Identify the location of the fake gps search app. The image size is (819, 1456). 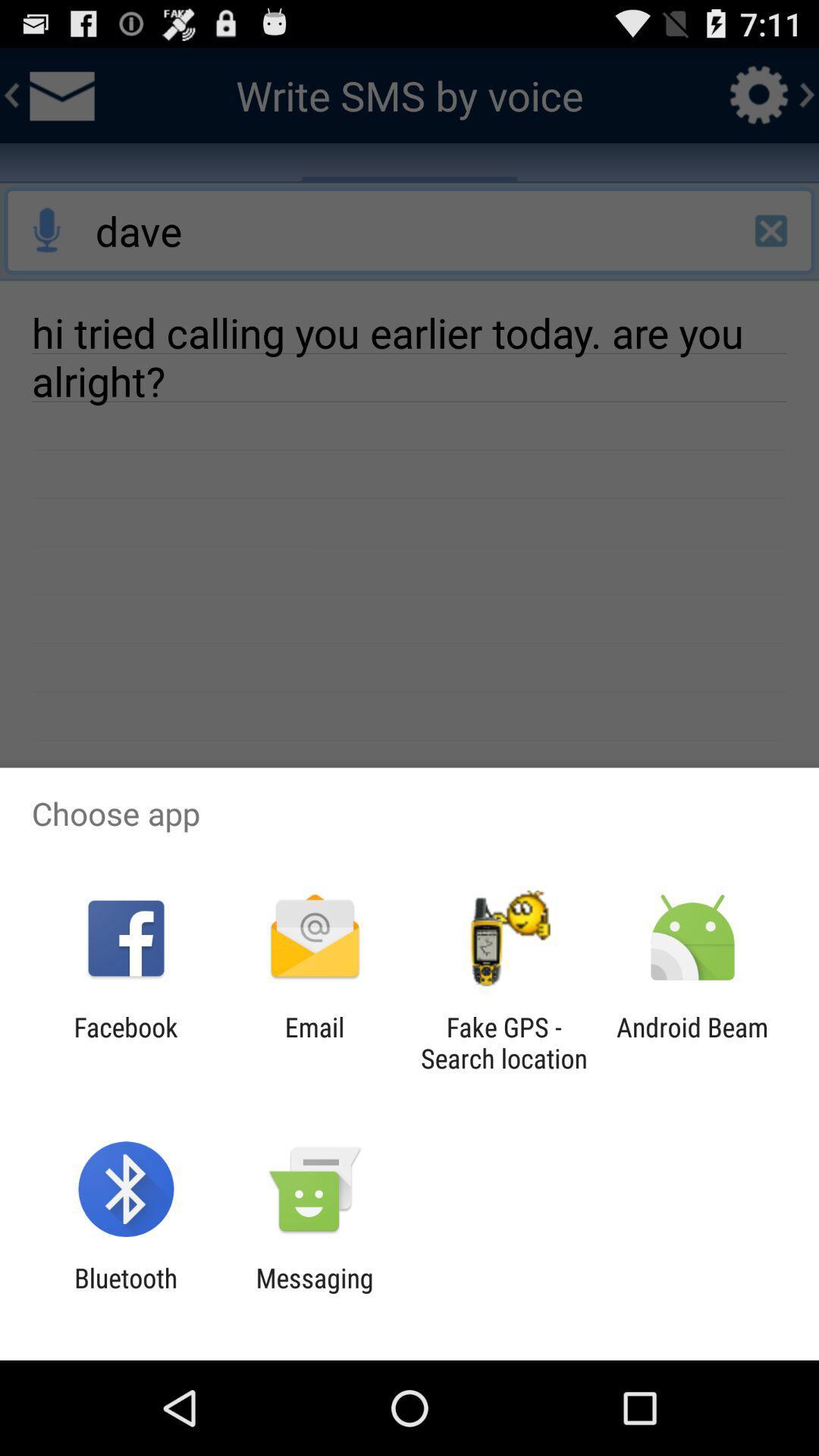
(504, 1042).